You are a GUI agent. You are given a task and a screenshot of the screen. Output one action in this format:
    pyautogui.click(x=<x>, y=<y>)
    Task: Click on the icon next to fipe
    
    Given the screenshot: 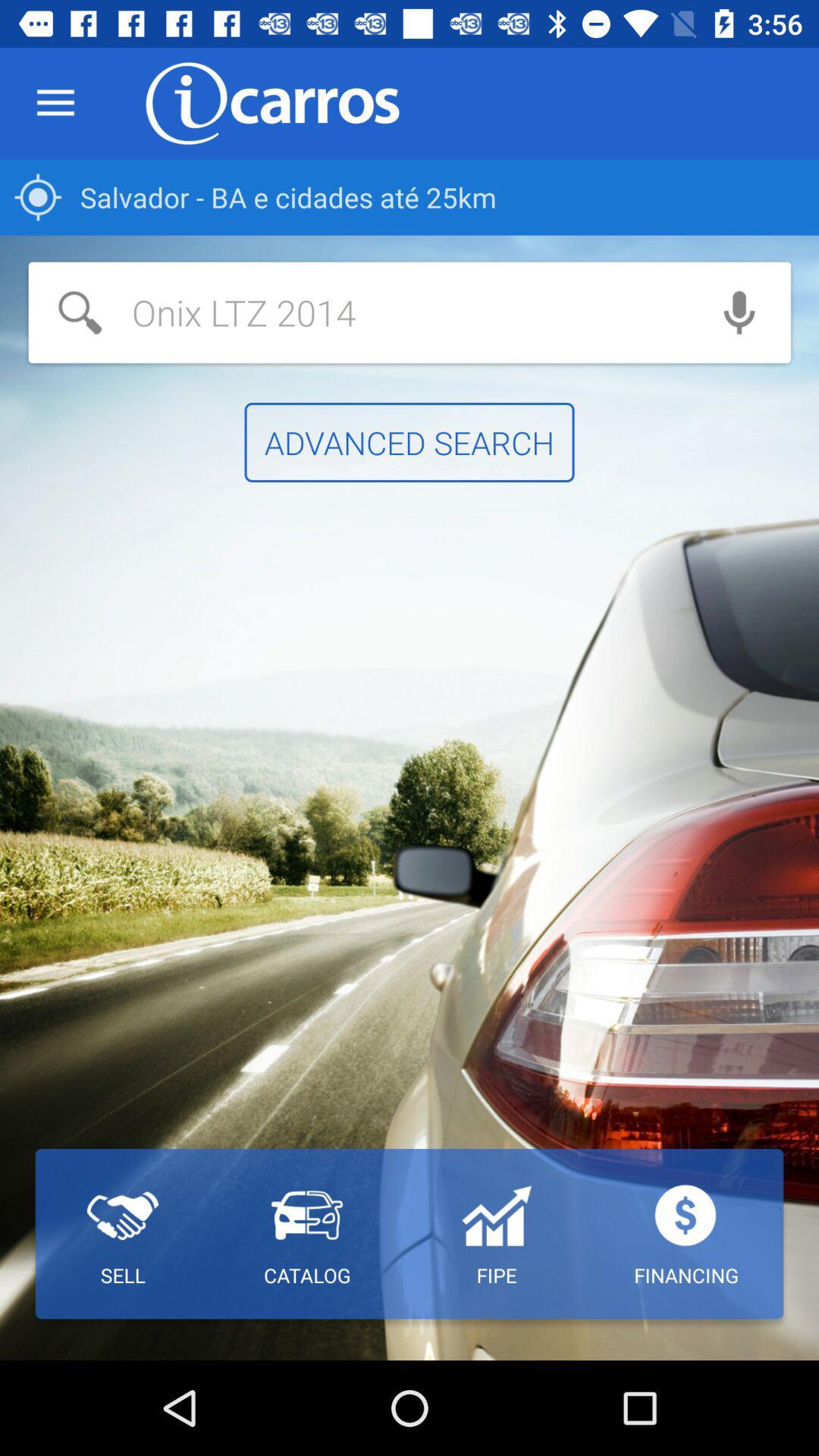 What is the action you would take?
    pyautogui.click(x=307, y=1234)
    